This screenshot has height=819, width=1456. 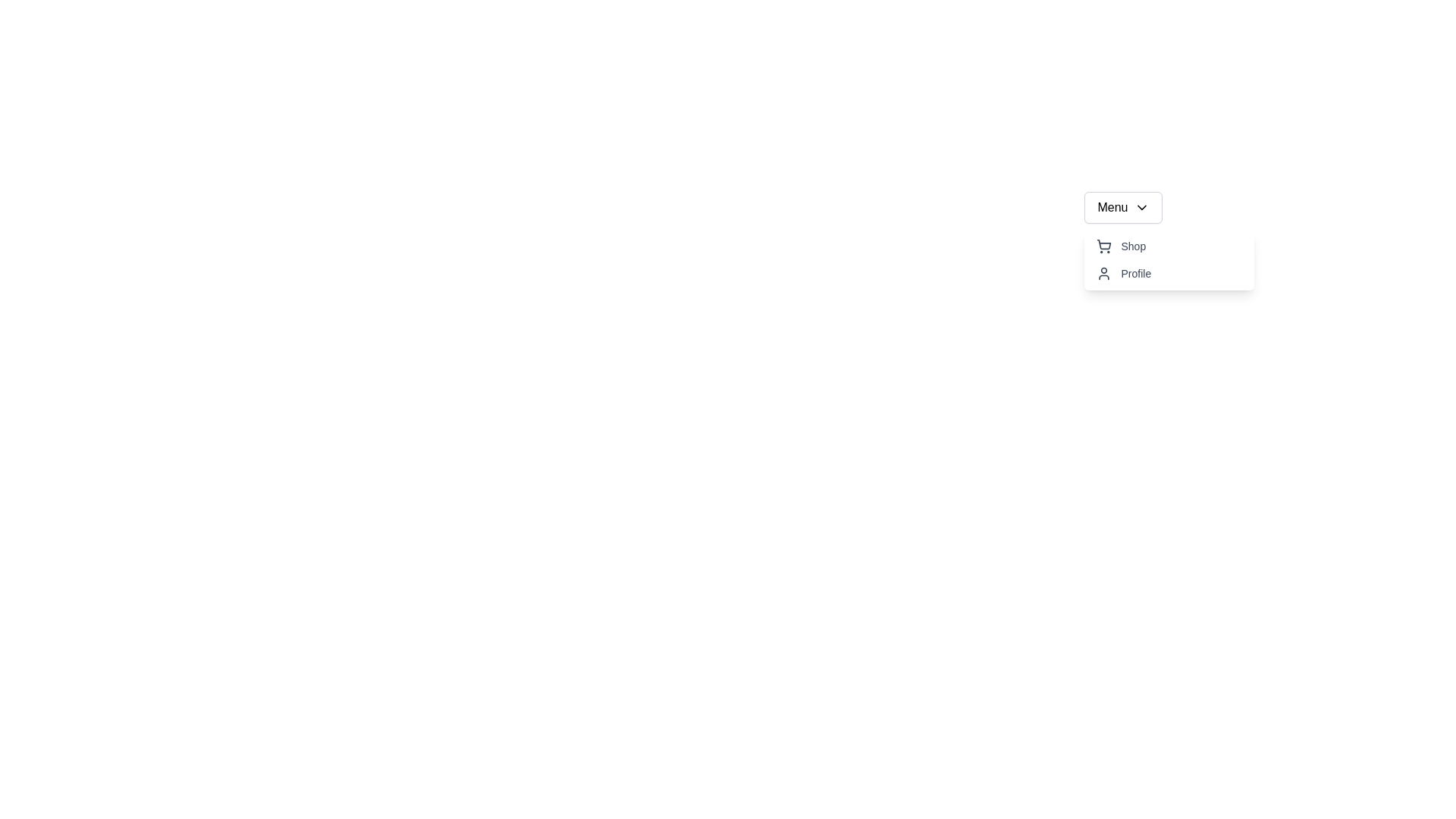 I want to click on the Dropdown Trigger Button located in the top-right area of the section, so click(x=1123, y=207).